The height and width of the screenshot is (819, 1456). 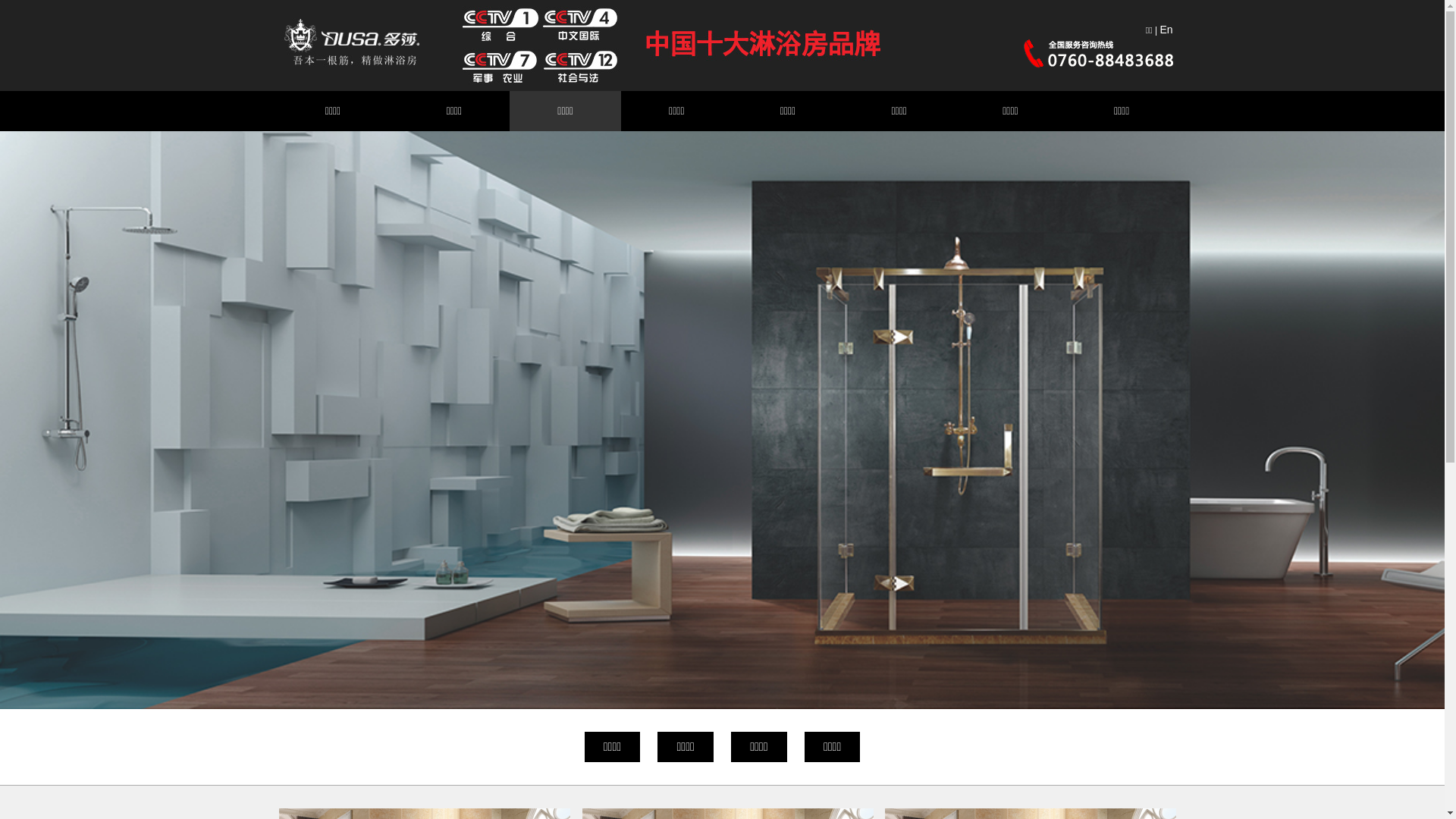 I want to click on 'En', so click(x=1165, y=29).